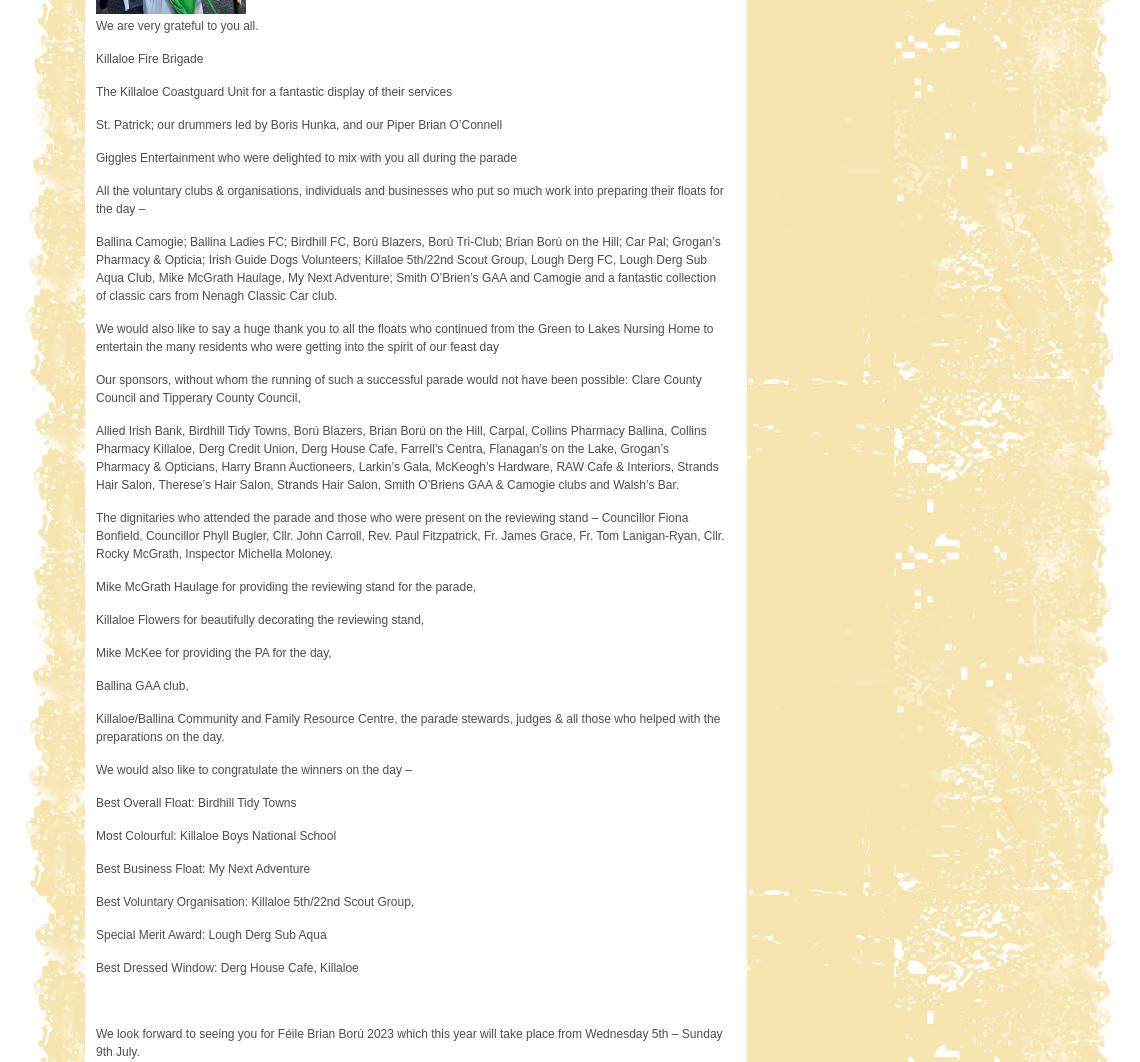 The width and height of the screenshot is (1140, 1062). I want to click on 'Ballina GAA club,', so click(141, 686).